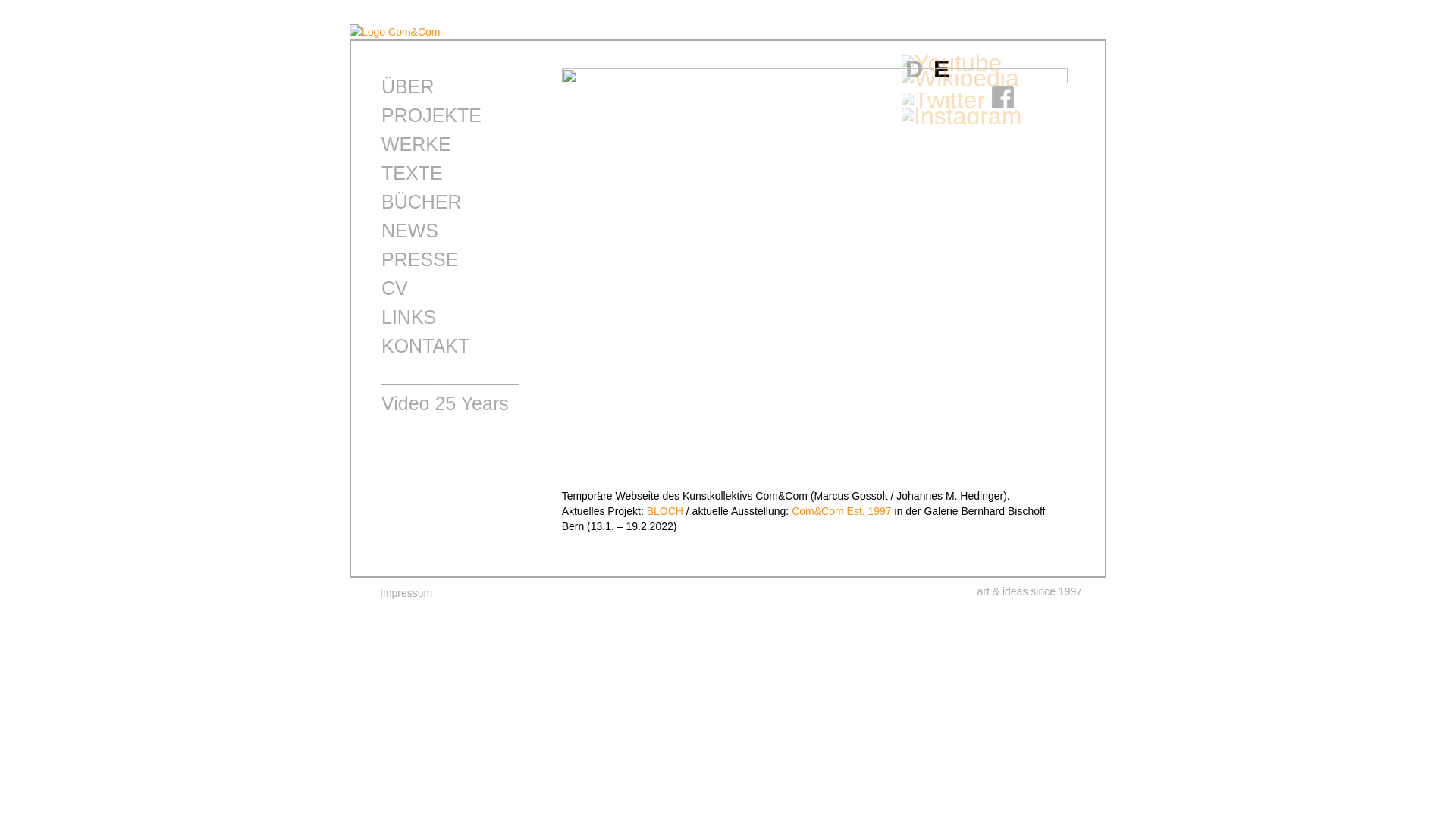 The height and width of the screenshot is (819, 1456). What do you see at coordinates (940, 69) in the screenshot?
I see `'E'` at bounding box center [940, 69].